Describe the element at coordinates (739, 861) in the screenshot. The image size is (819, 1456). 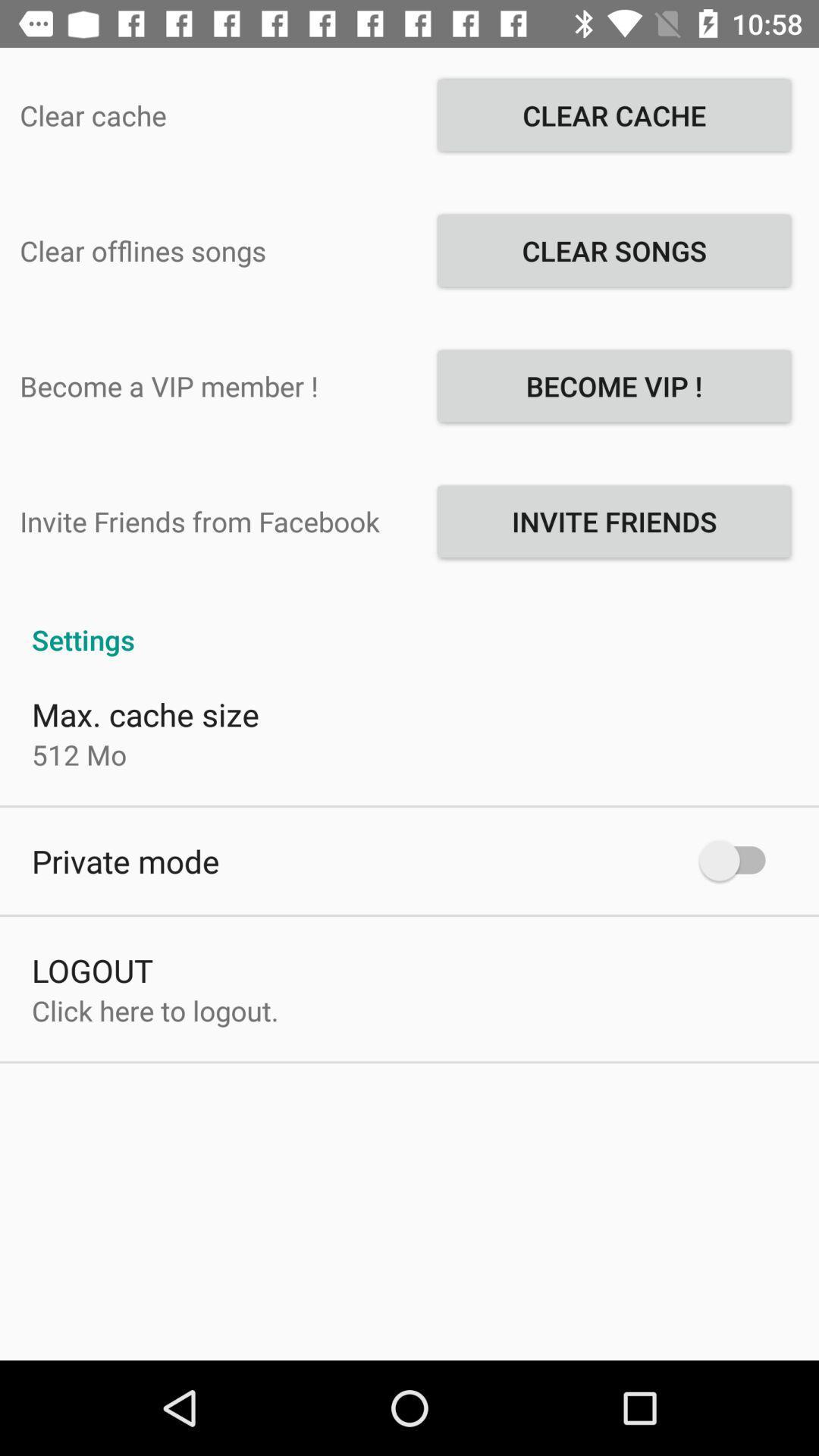
I see `the app to the right of the private mode` at that location.